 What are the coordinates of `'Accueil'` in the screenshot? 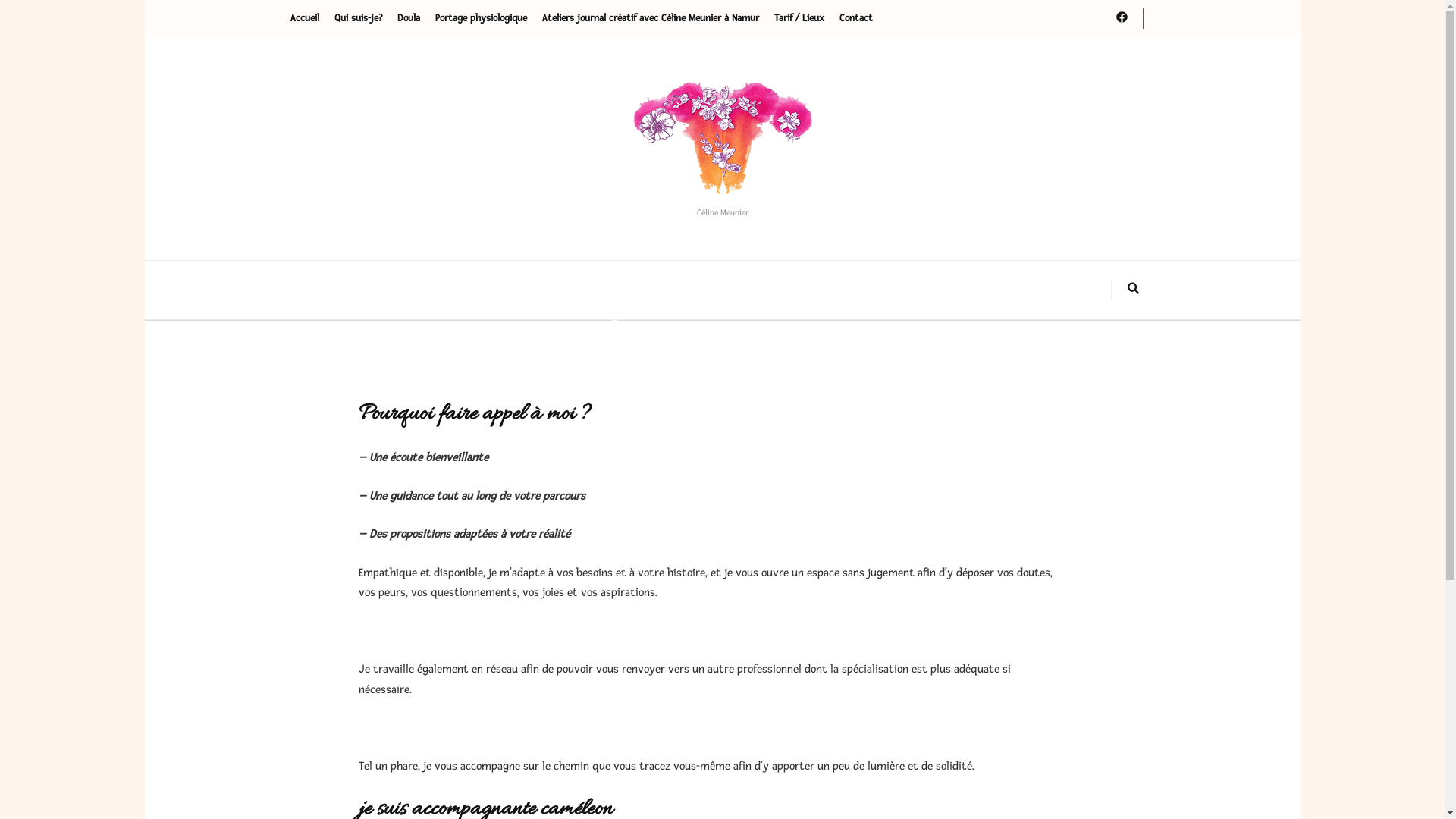 It's located at (303, 18).